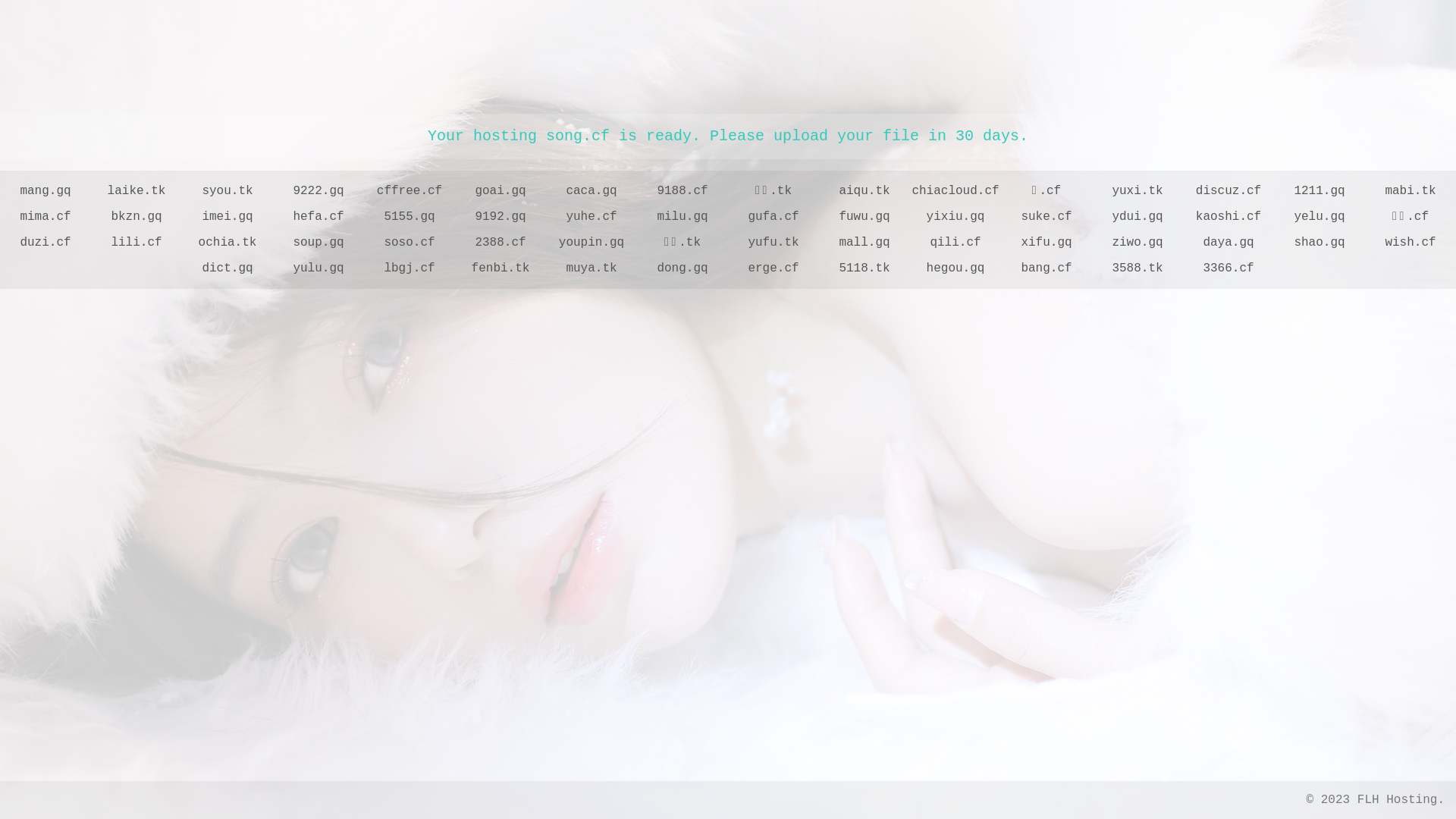 The height and width of the screenshot is (819, 1456). I want to click on 'aiqu.tk', so click(818, 190).